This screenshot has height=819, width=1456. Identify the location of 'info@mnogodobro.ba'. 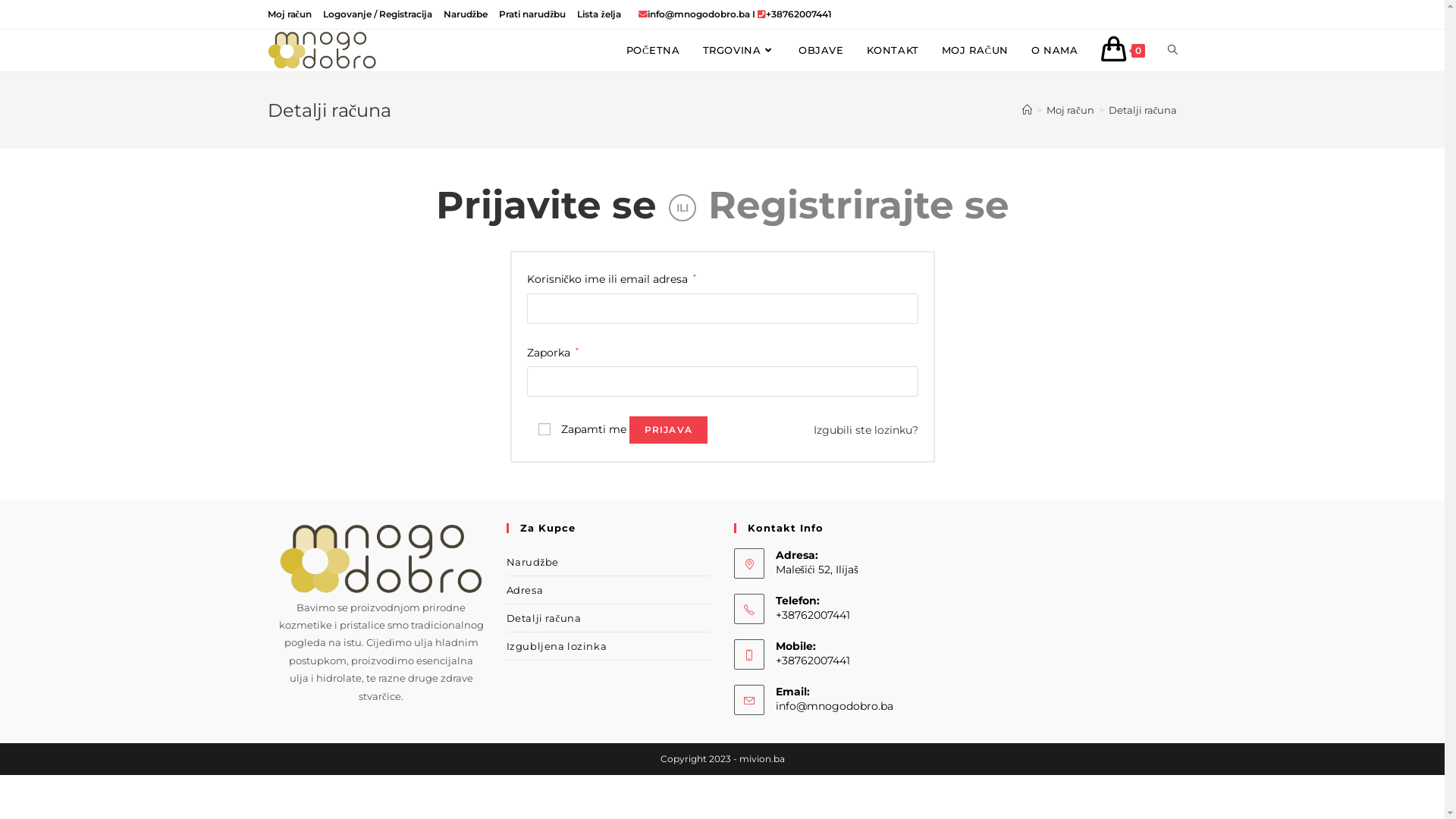
(698, 14).